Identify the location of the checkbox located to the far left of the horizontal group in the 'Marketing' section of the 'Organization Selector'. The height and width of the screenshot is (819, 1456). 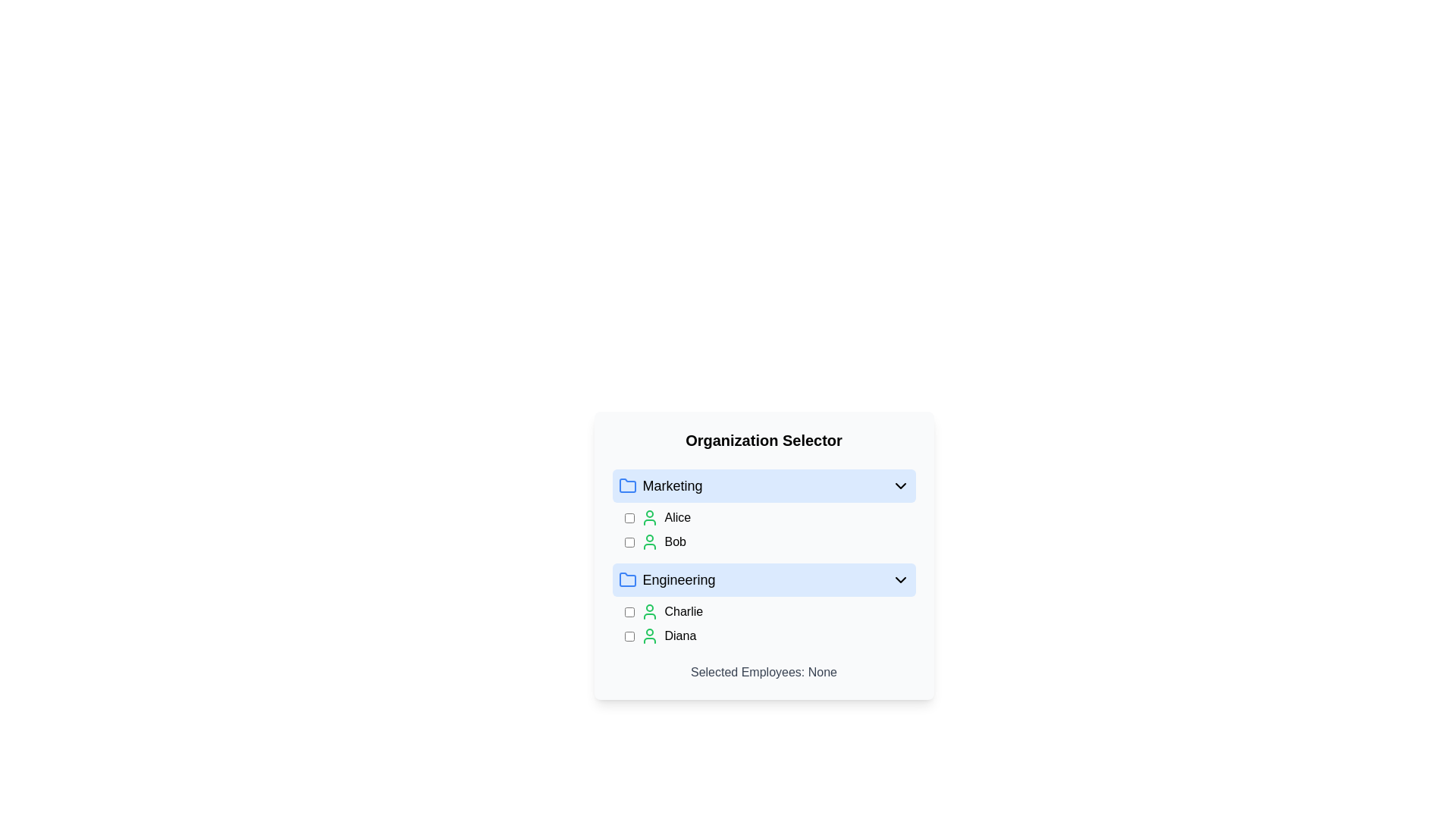
(629, 516).